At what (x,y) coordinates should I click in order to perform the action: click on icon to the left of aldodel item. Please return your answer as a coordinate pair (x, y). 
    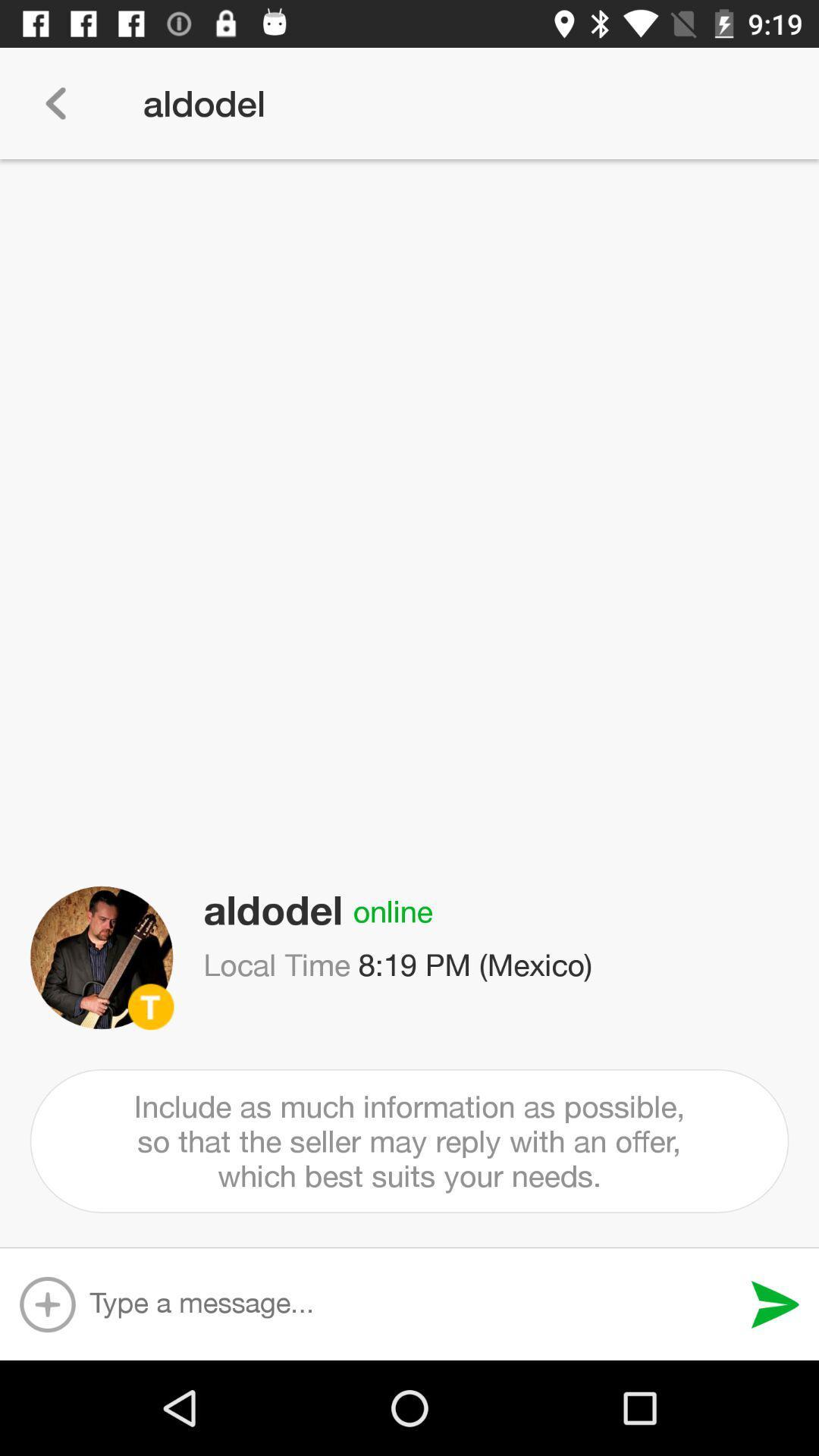
    Looking at the image, I should click on (55, 102).